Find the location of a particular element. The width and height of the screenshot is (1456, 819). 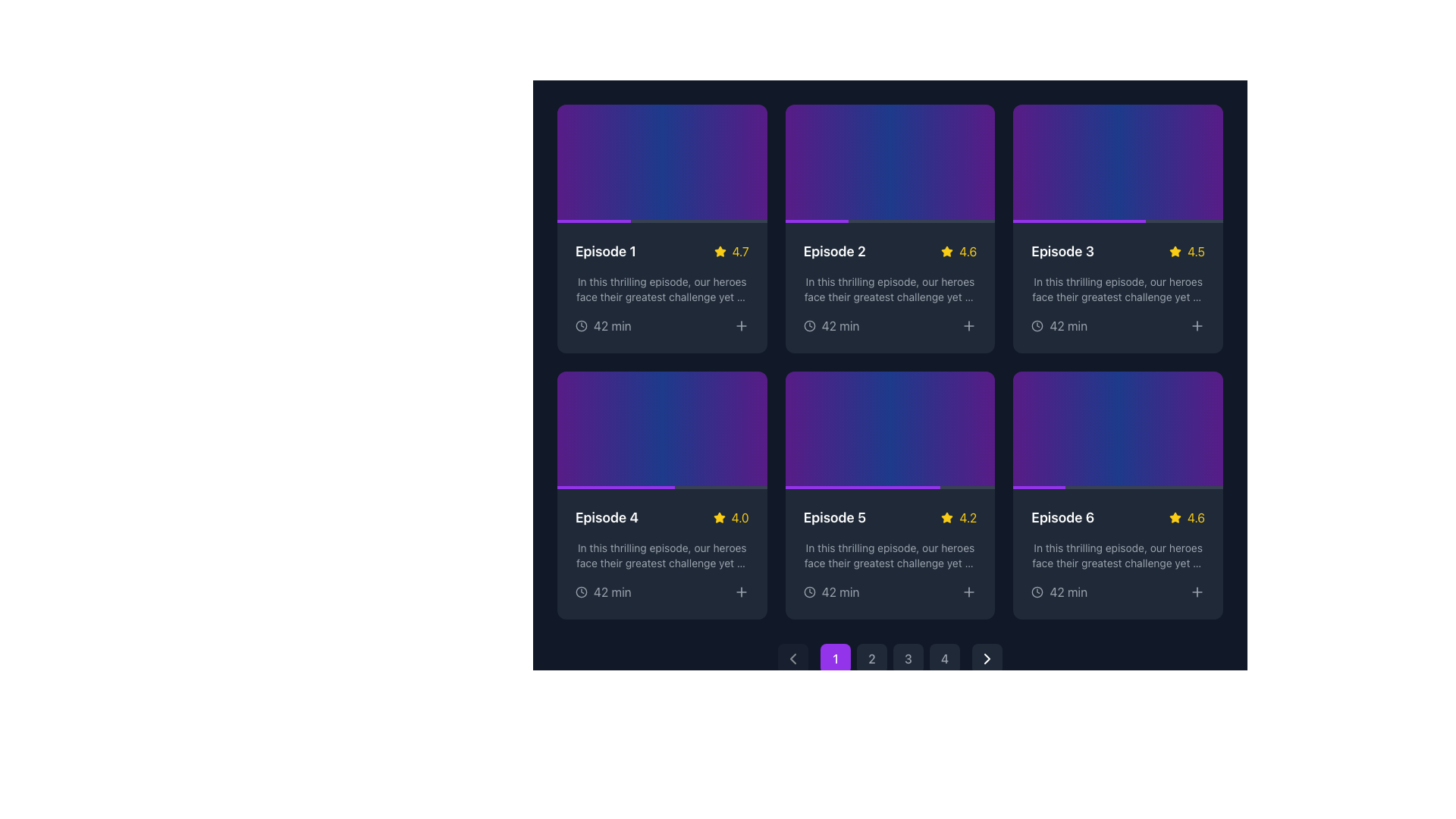

the yellow star-shaped icon used for ratings, which is located next to the numerical rating text '4.5' in the third card of the top row is located at coordinates (1175, 250).